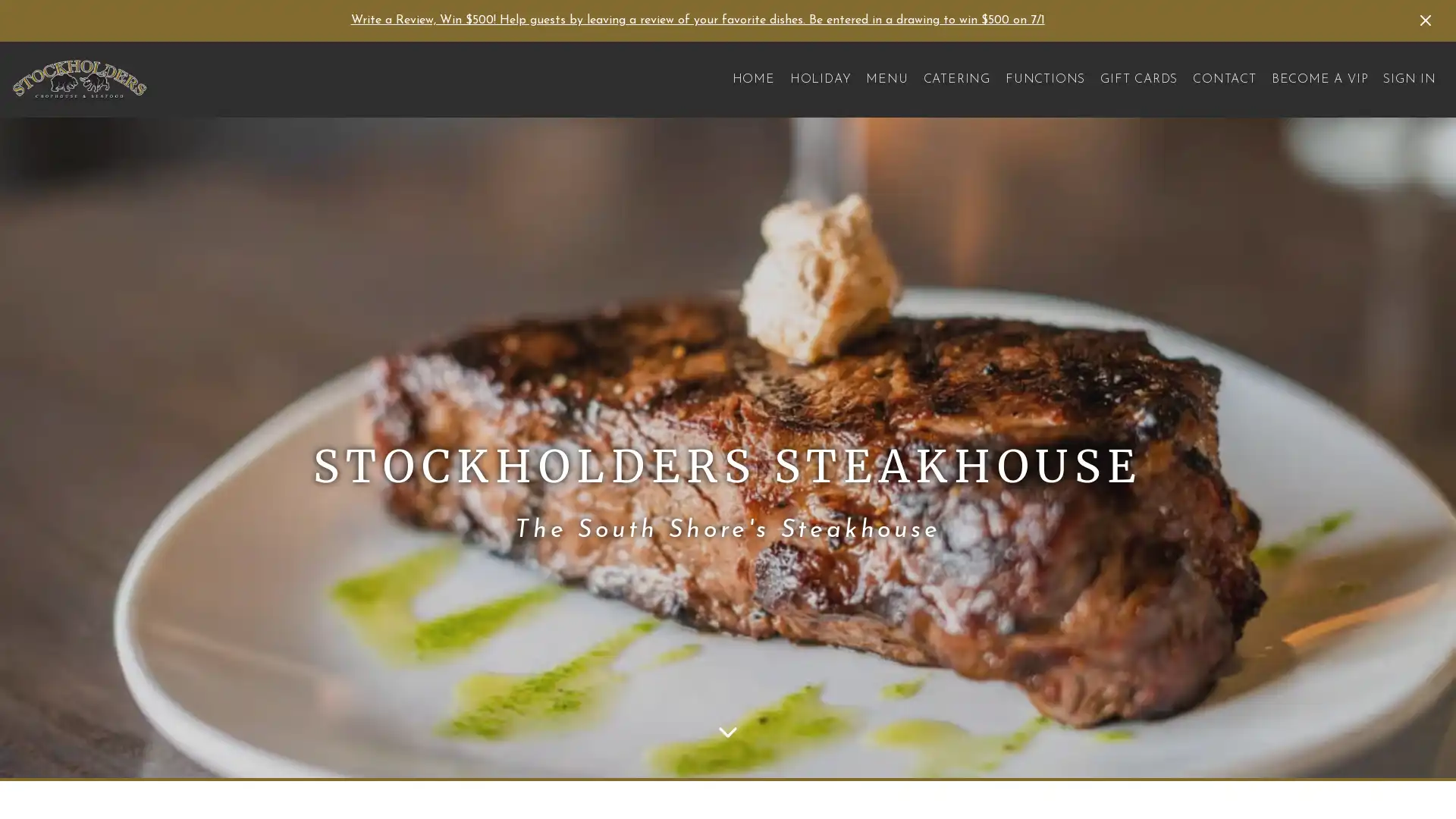 The height and width of the screenshot is (819, 1456). Describe the element at coordinates (1318, 79) in the screenshot. I see `BECOME A VIP` at that location.